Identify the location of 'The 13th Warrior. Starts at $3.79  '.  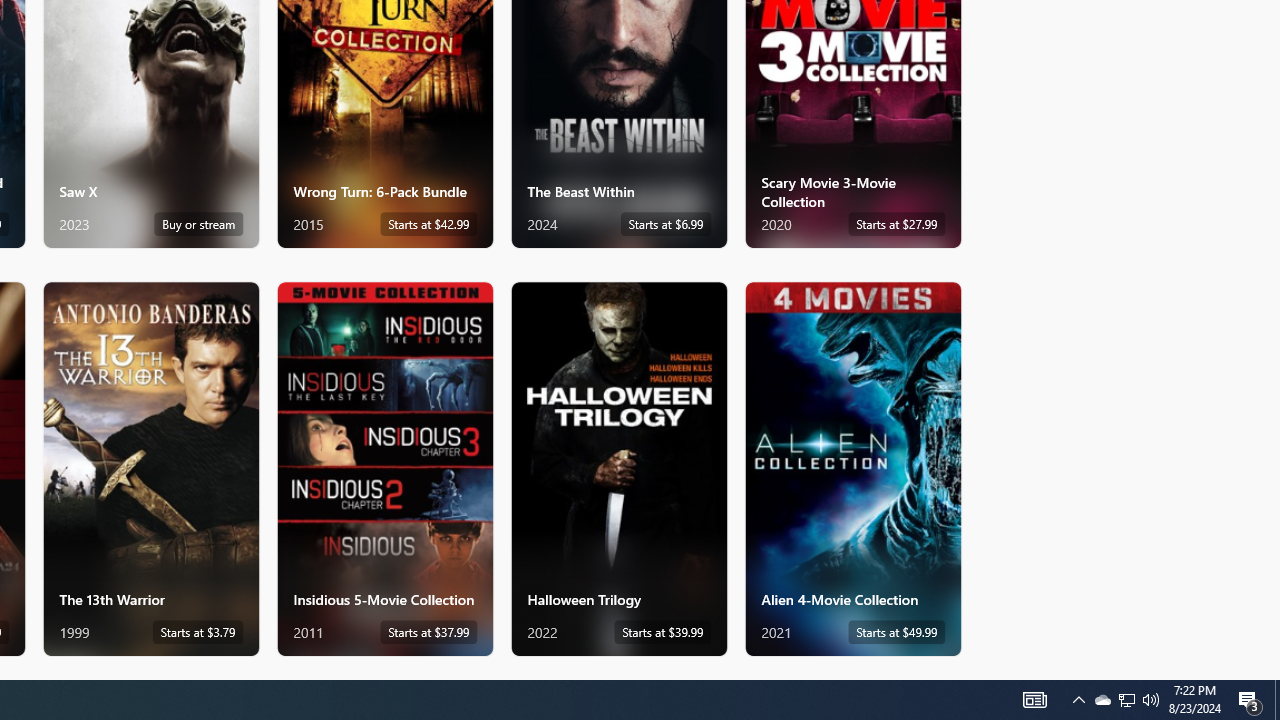
(150, 468).